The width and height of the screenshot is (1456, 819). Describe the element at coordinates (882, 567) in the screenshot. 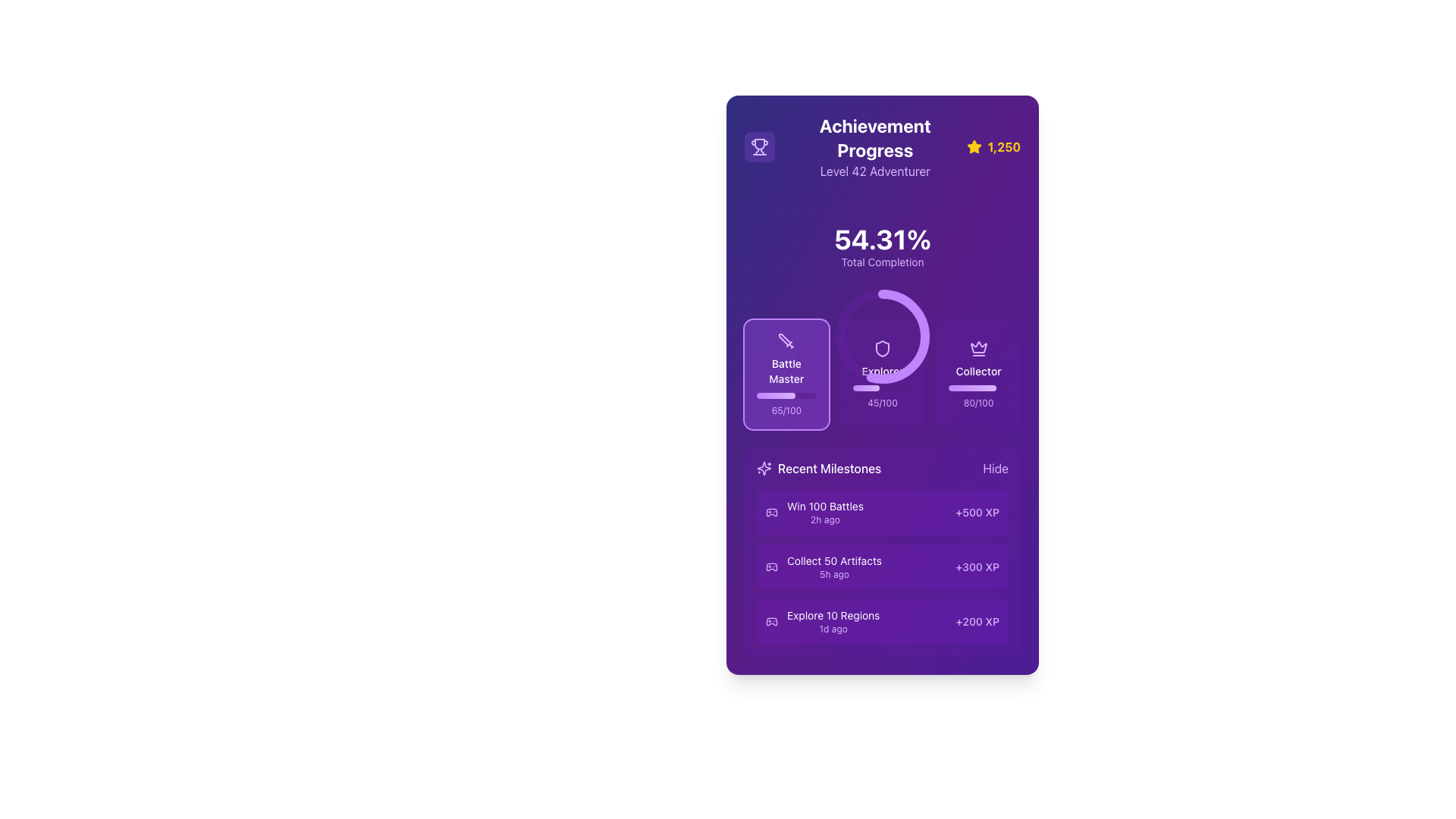

I see `the second milestone card in the 'Recent Milestones' list, which indicates 'Collect 50 Artifacts' with a completion time of '5h ago' and a reward of '+300 XP'` at that location.